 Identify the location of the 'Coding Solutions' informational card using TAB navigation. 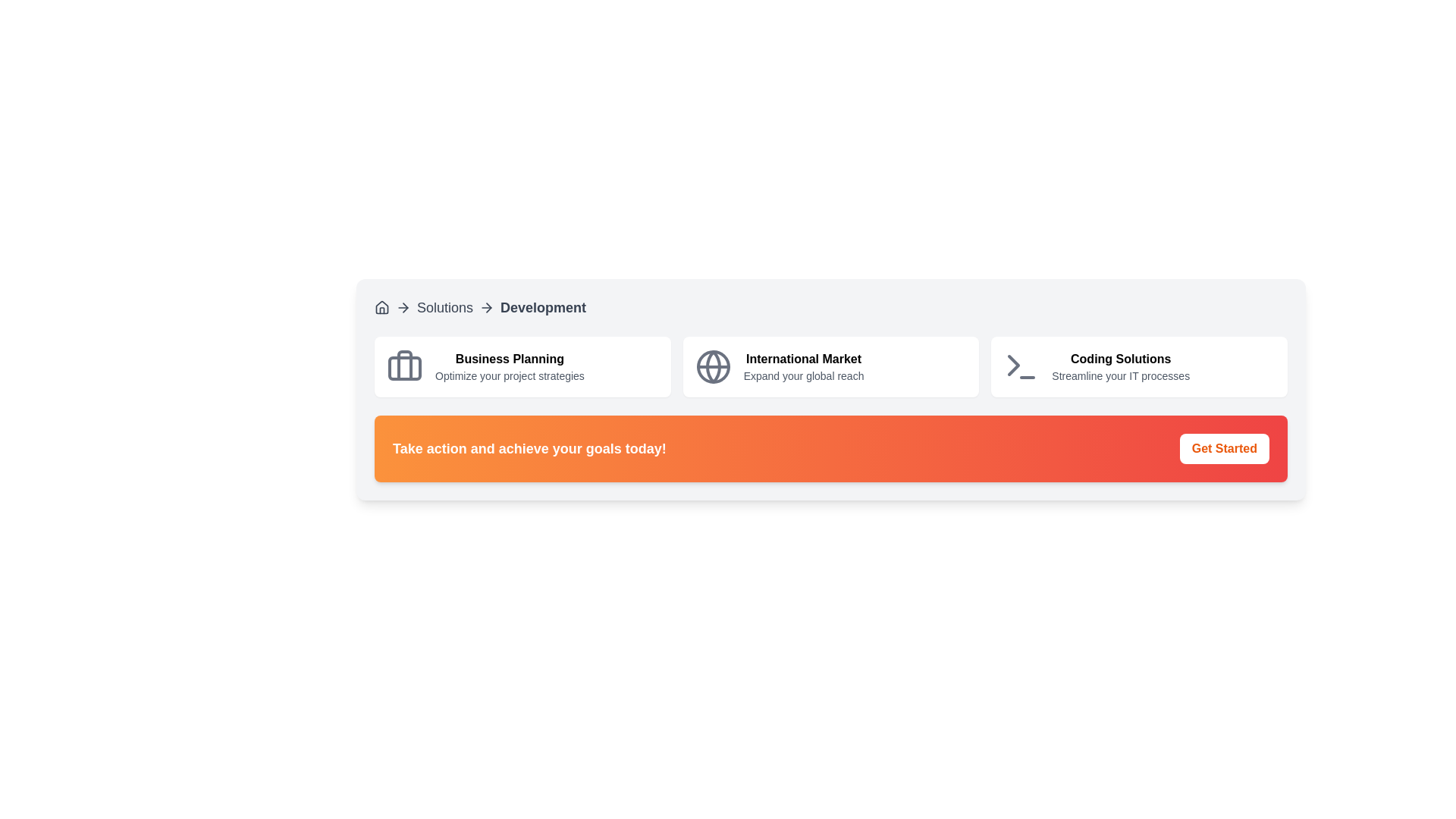
(1121, 366).